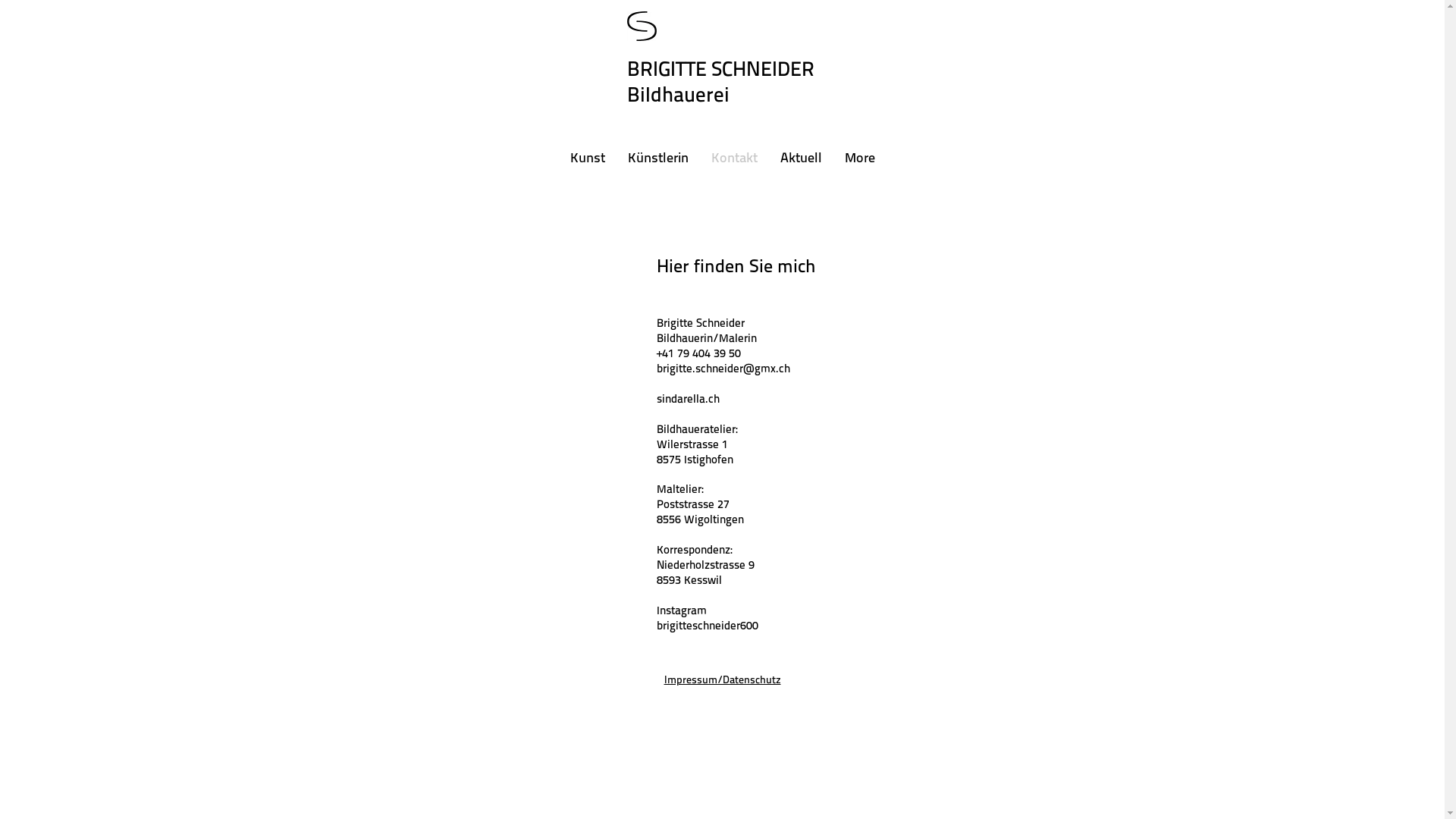  Describe the element at coordinates (800, 158) in the screenshot. I see `'Aktuell'` at that location.